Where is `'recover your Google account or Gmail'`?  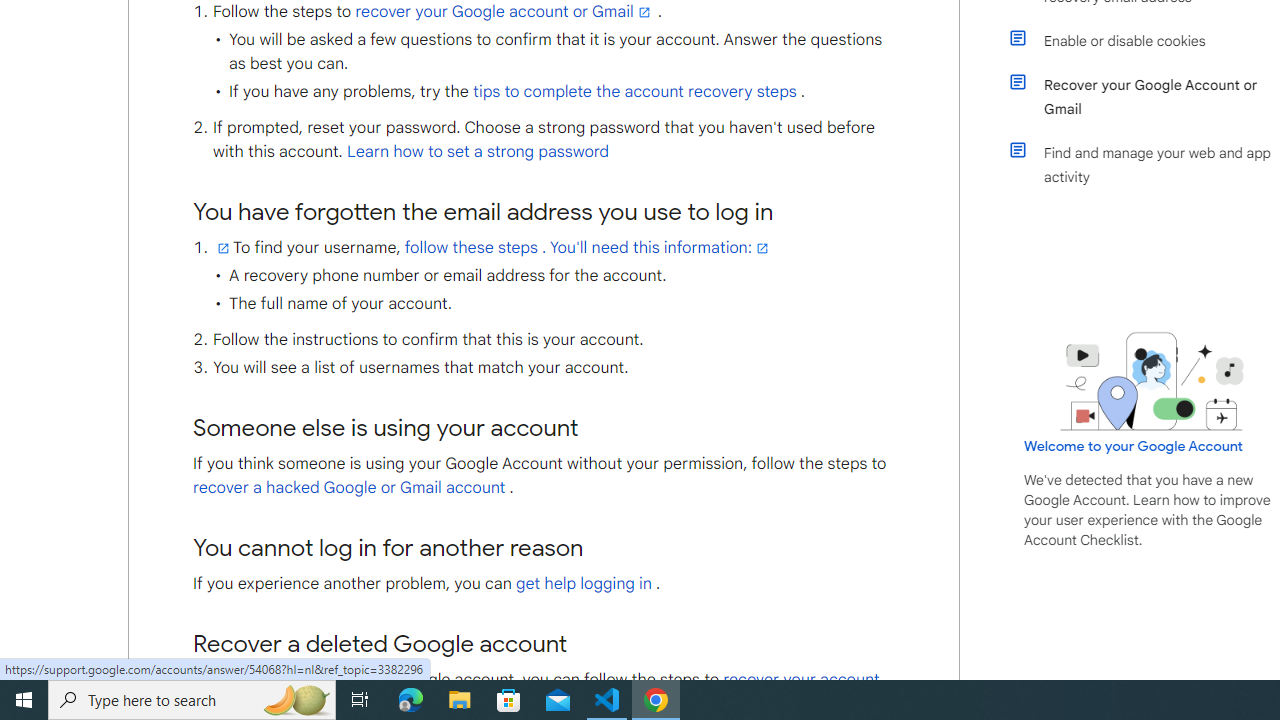 'recover your Google account or Gmail' is located at coordinates (504, 12).